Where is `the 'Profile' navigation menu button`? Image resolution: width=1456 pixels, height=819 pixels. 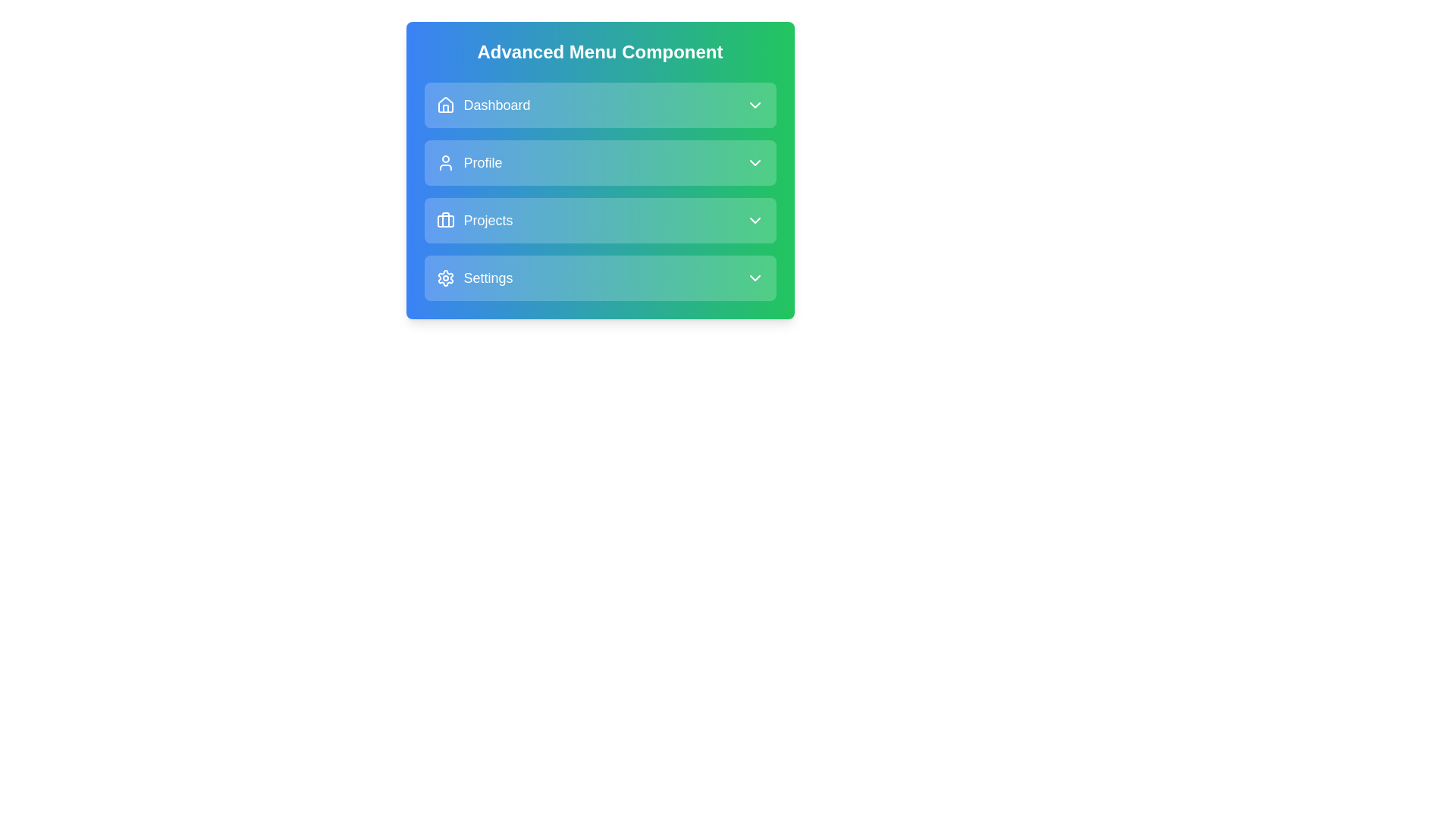
the 'Profile' navigation menu button is located at coordinates (599, 163).